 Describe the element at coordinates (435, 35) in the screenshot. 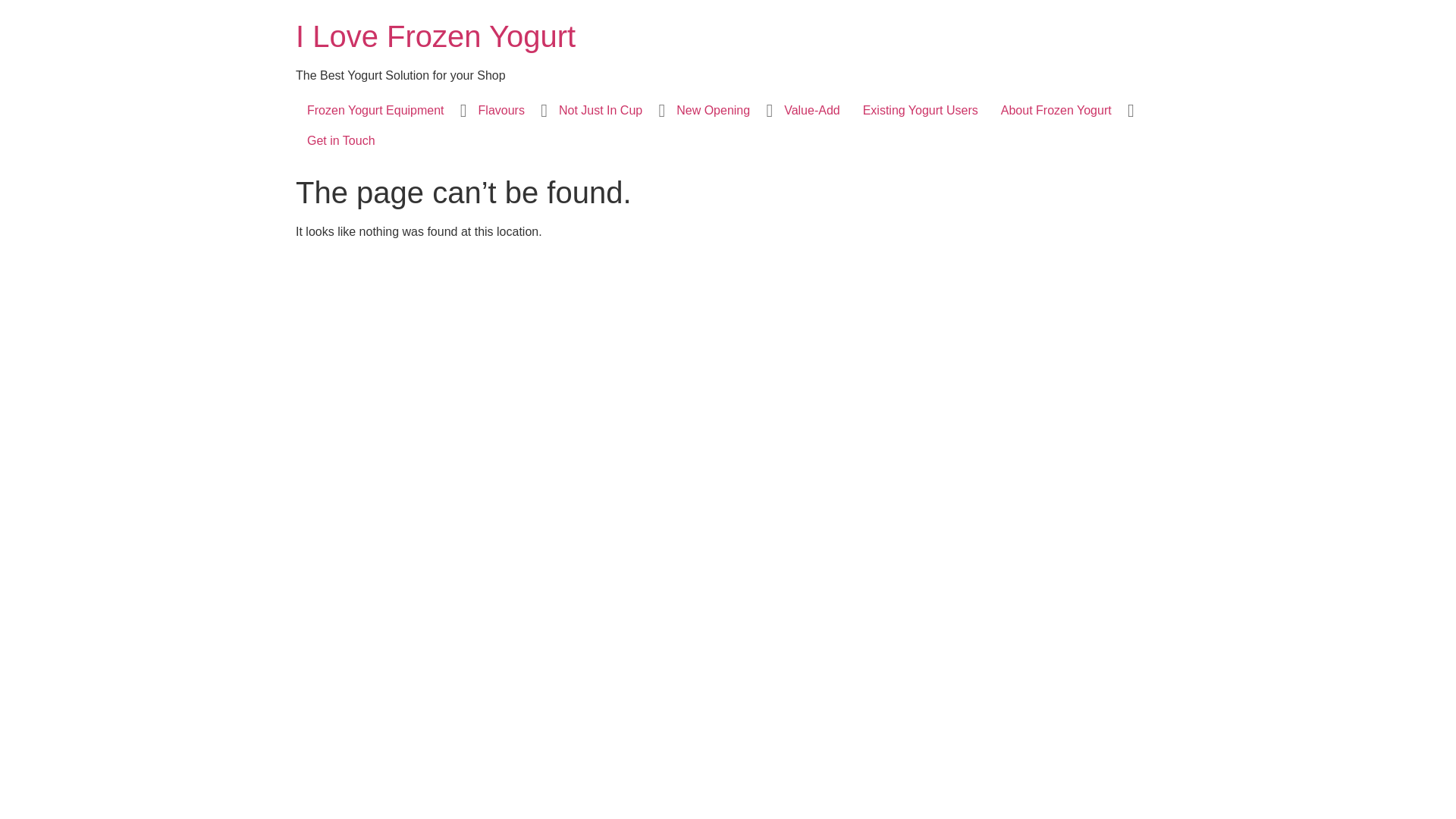

I see `'I Love Frozen Yogurt'` at that location.